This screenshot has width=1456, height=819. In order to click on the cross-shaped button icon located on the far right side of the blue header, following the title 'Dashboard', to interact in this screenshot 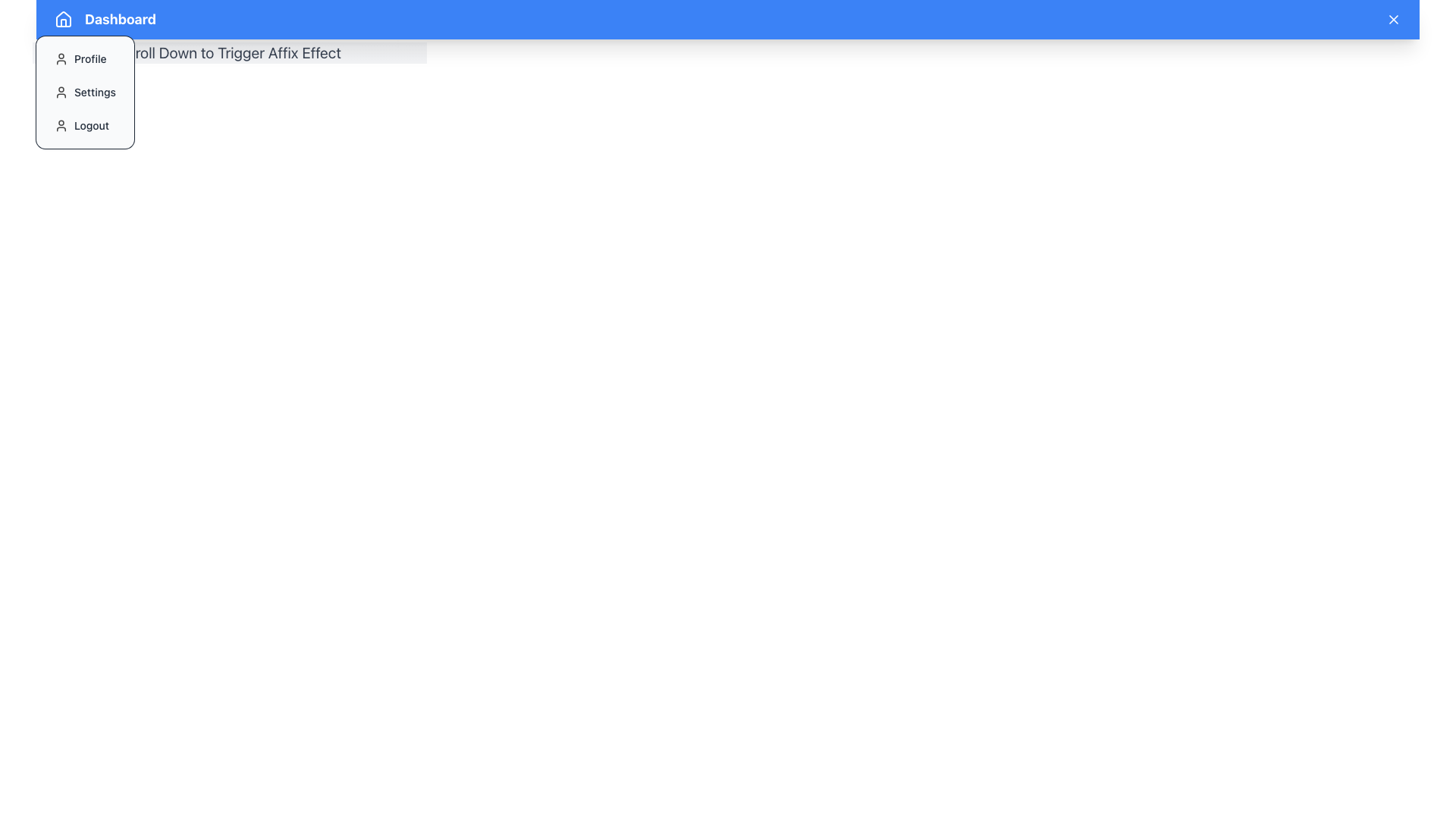, I will do `click(1394, 20)`.